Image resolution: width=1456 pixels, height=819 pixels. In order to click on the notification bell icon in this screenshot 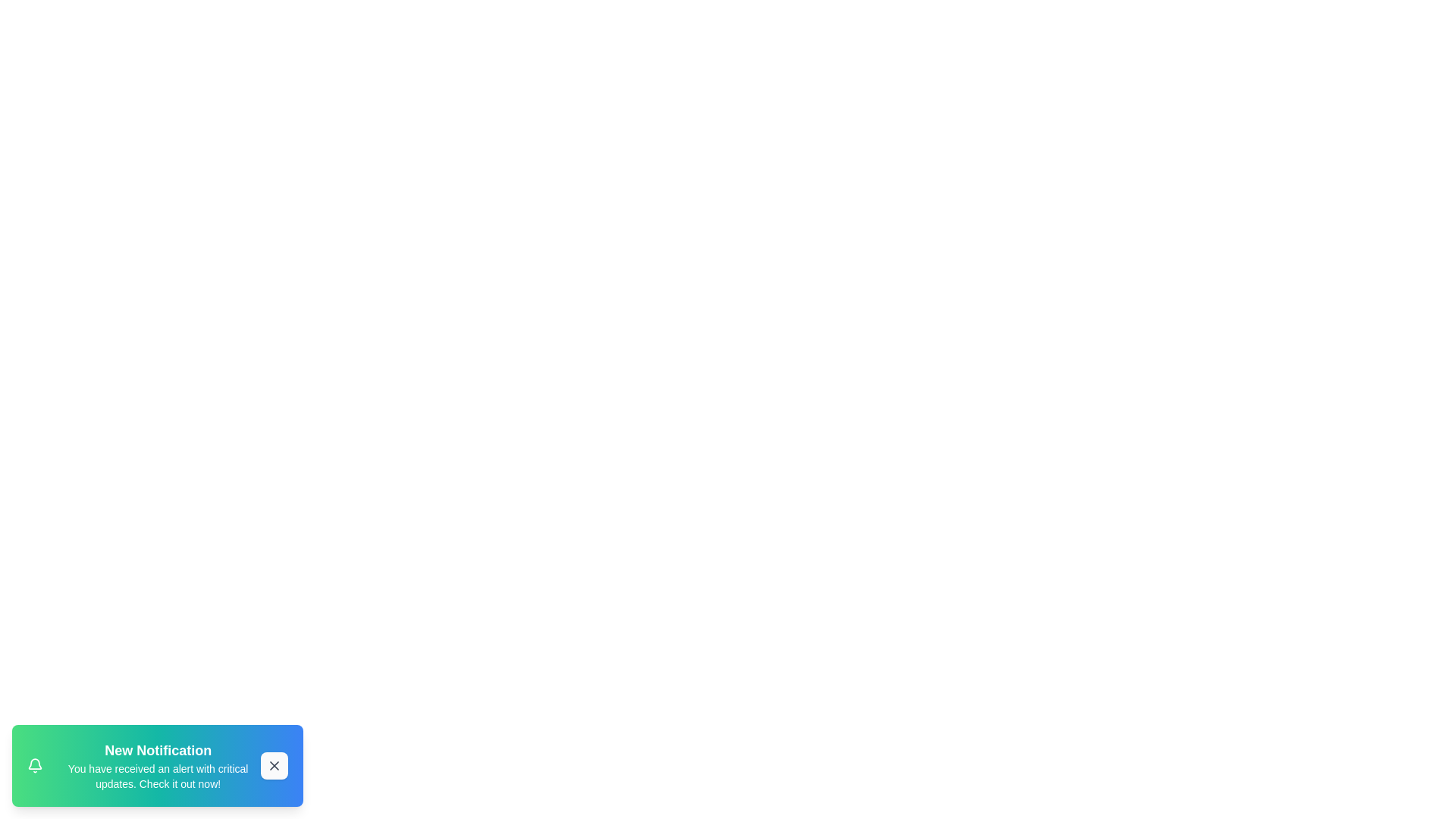, I will do `click(35, 766)`.